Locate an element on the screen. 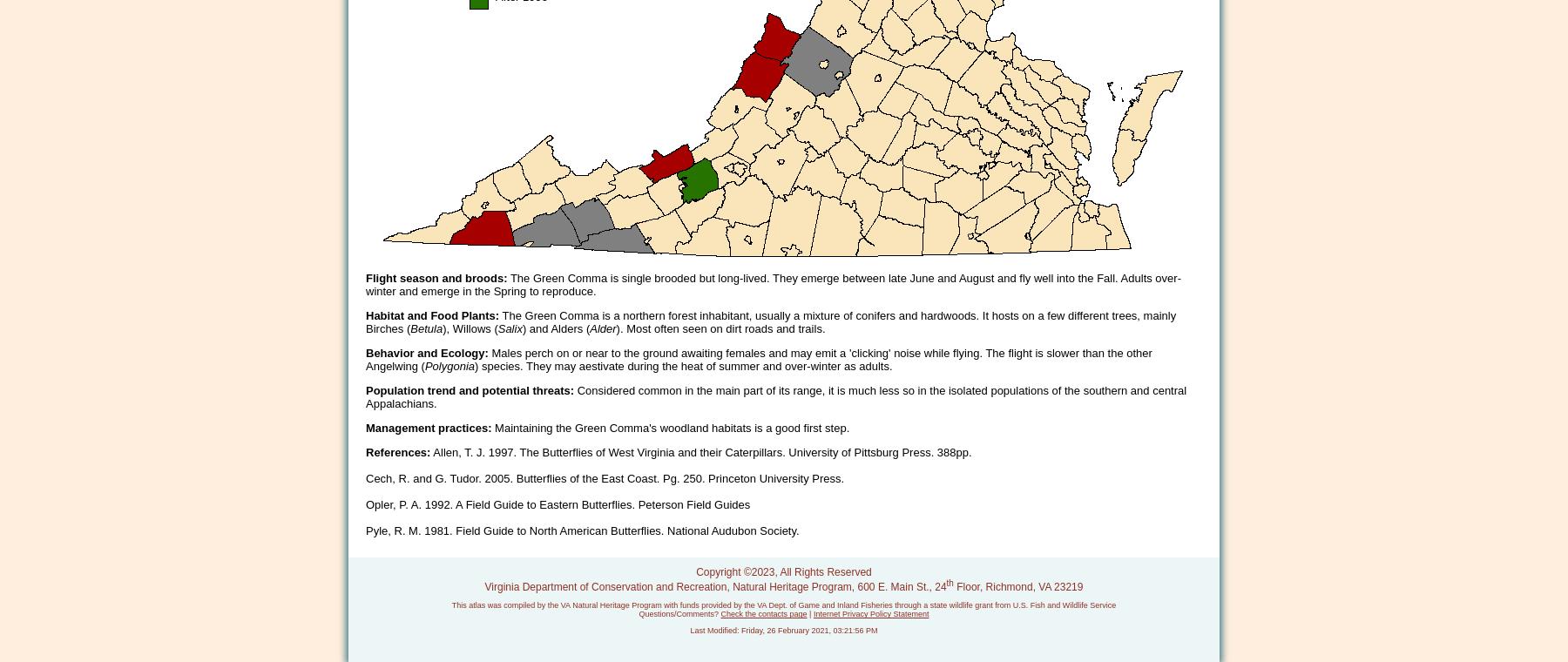 This screenshot has width=1568, height=662. 'Management practices:' is located at coordinates (427, 428).